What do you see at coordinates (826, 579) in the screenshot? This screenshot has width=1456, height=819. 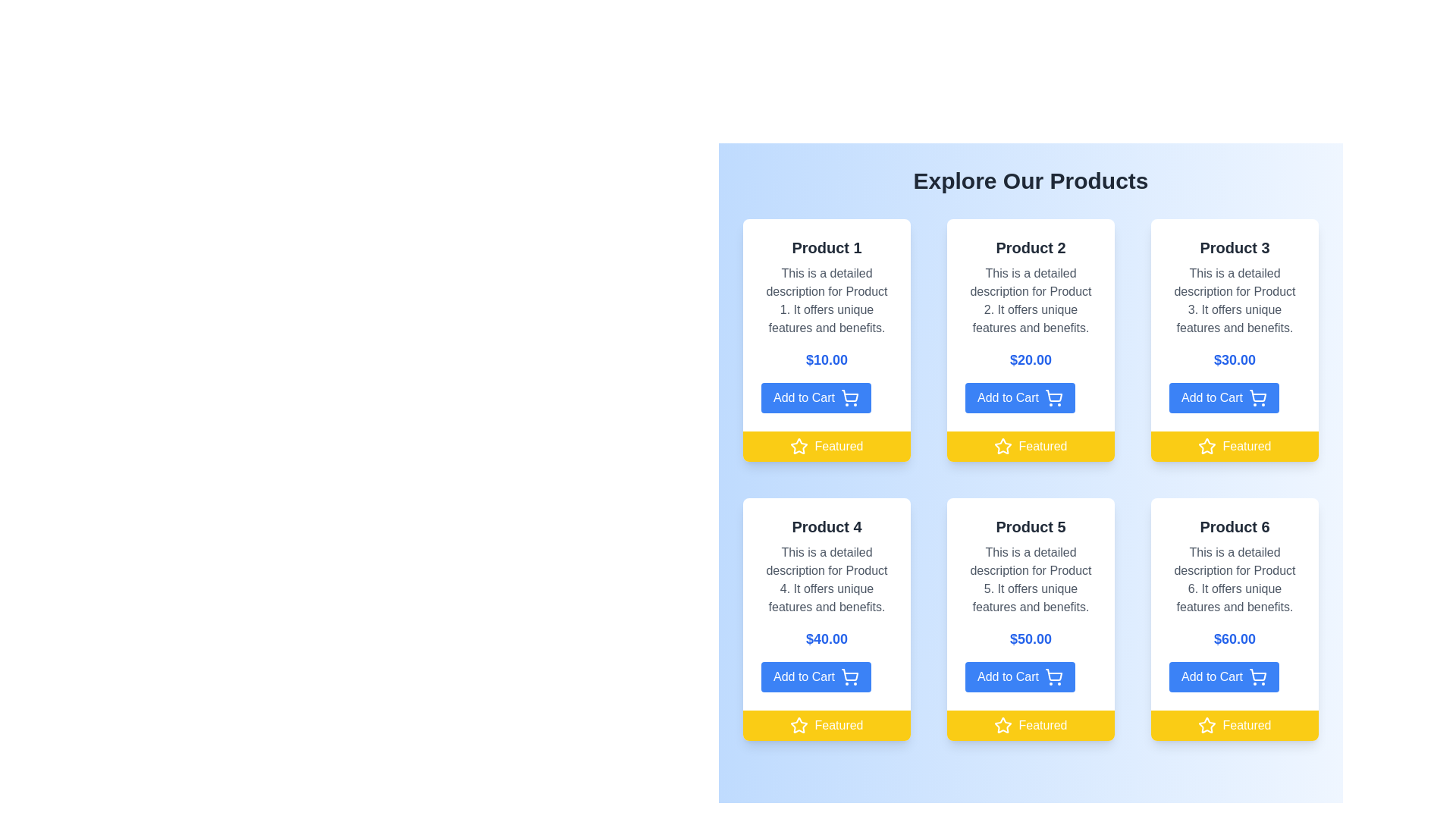 I see `the static text that reads 'This is a detailed description for Product 4.' located beneath the product title 'Product 4' in the card layout` at bounding box center [826, 579].